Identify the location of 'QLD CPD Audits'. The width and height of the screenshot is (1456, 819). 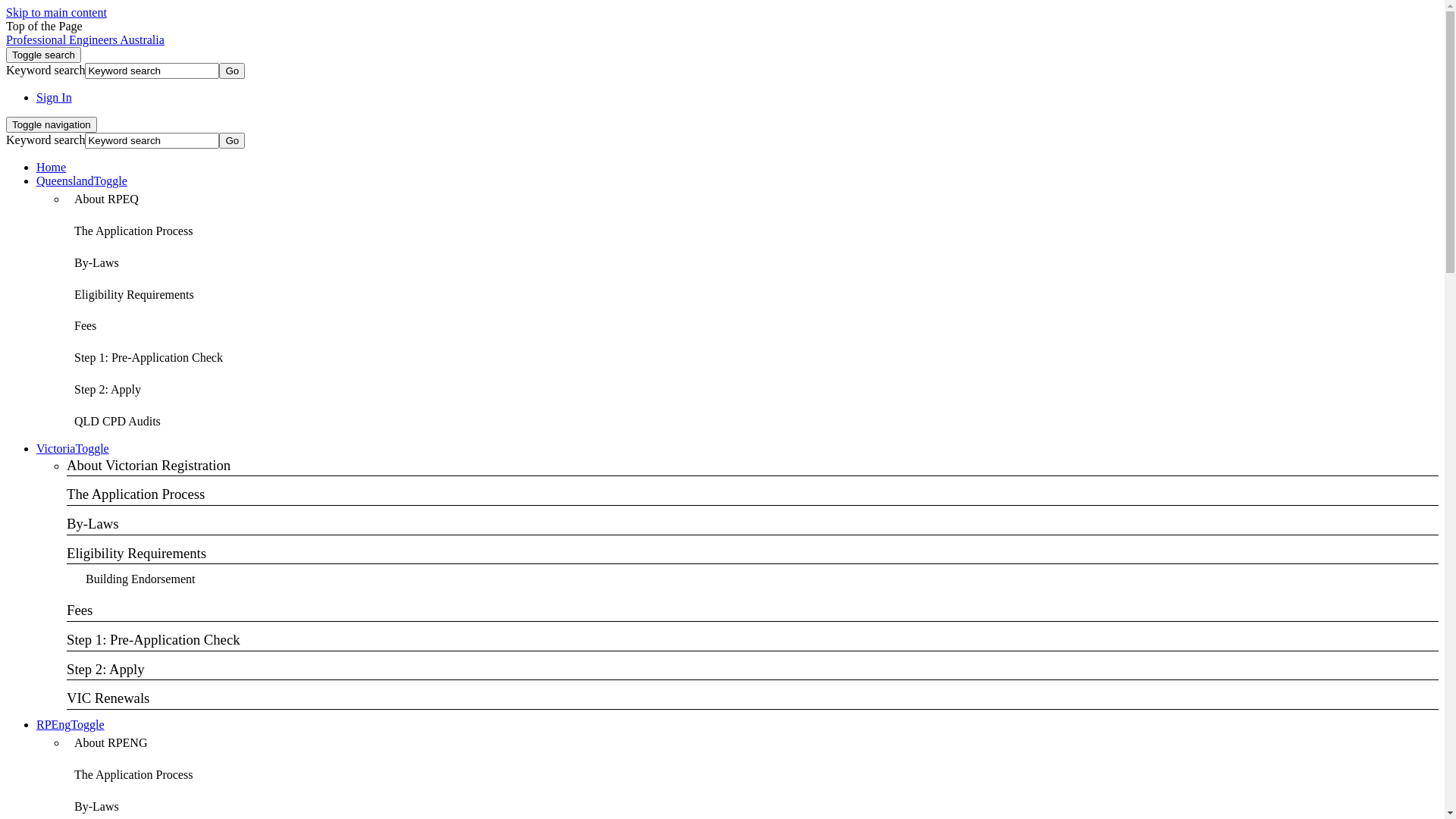
(116, 422).